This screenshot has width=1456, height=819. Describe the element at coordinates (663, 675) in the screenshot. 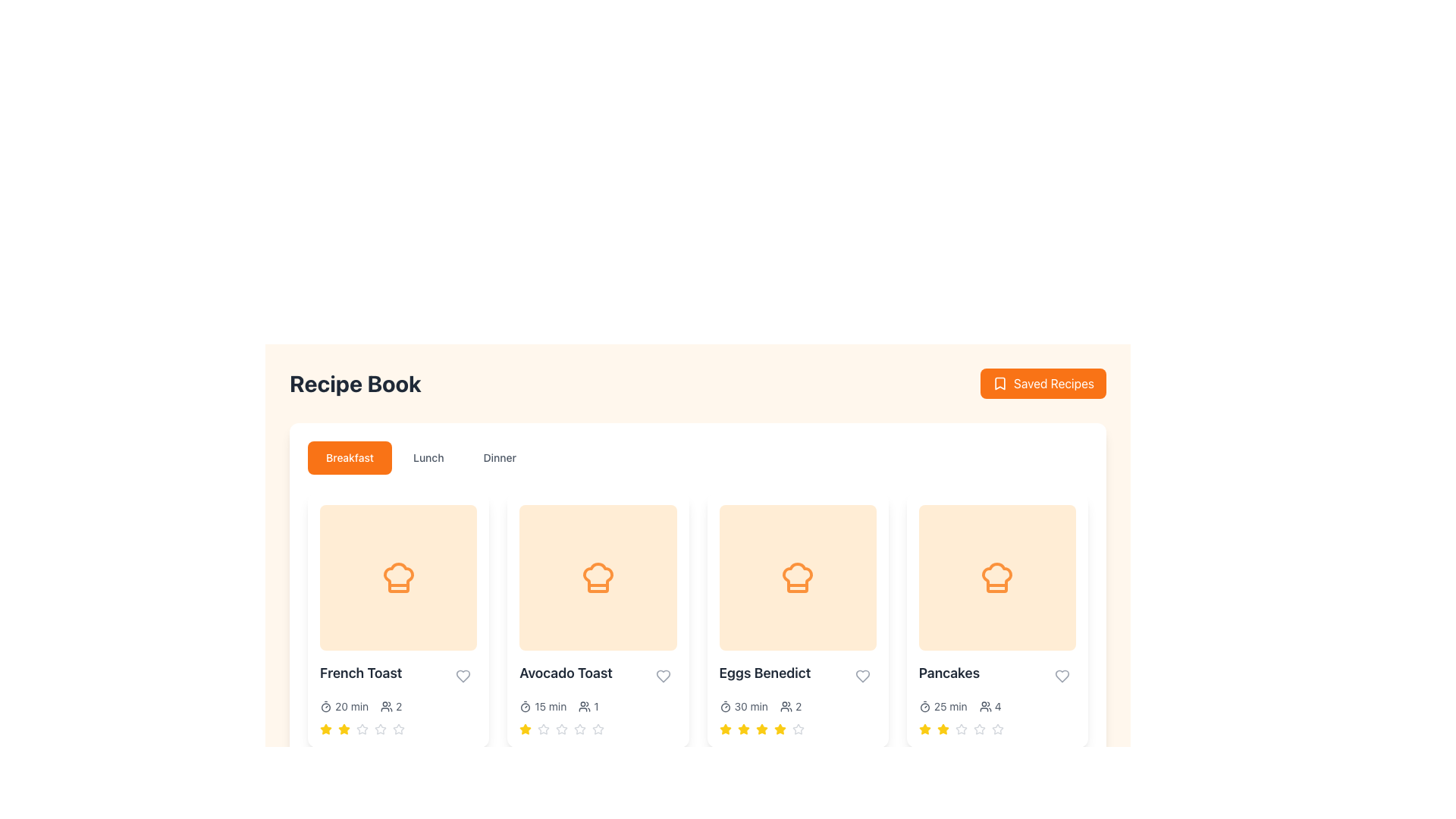

I see `the Heart icon located at the bottom right of the 'Avocado Toast' recipe card` at that location.